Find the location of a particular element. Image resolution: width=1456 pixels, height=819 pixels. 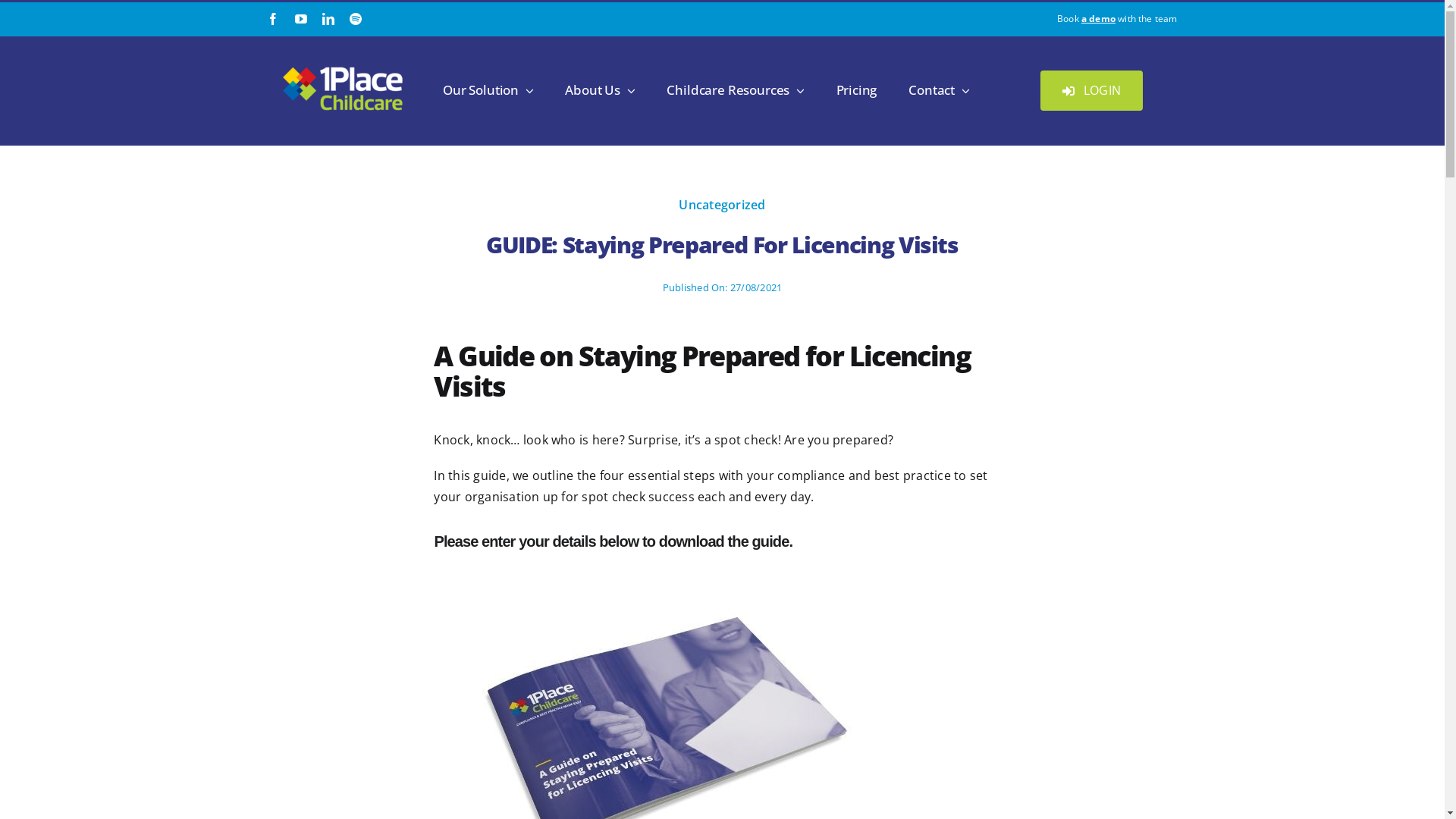

'About Us' is located at coordinates (599, 90).